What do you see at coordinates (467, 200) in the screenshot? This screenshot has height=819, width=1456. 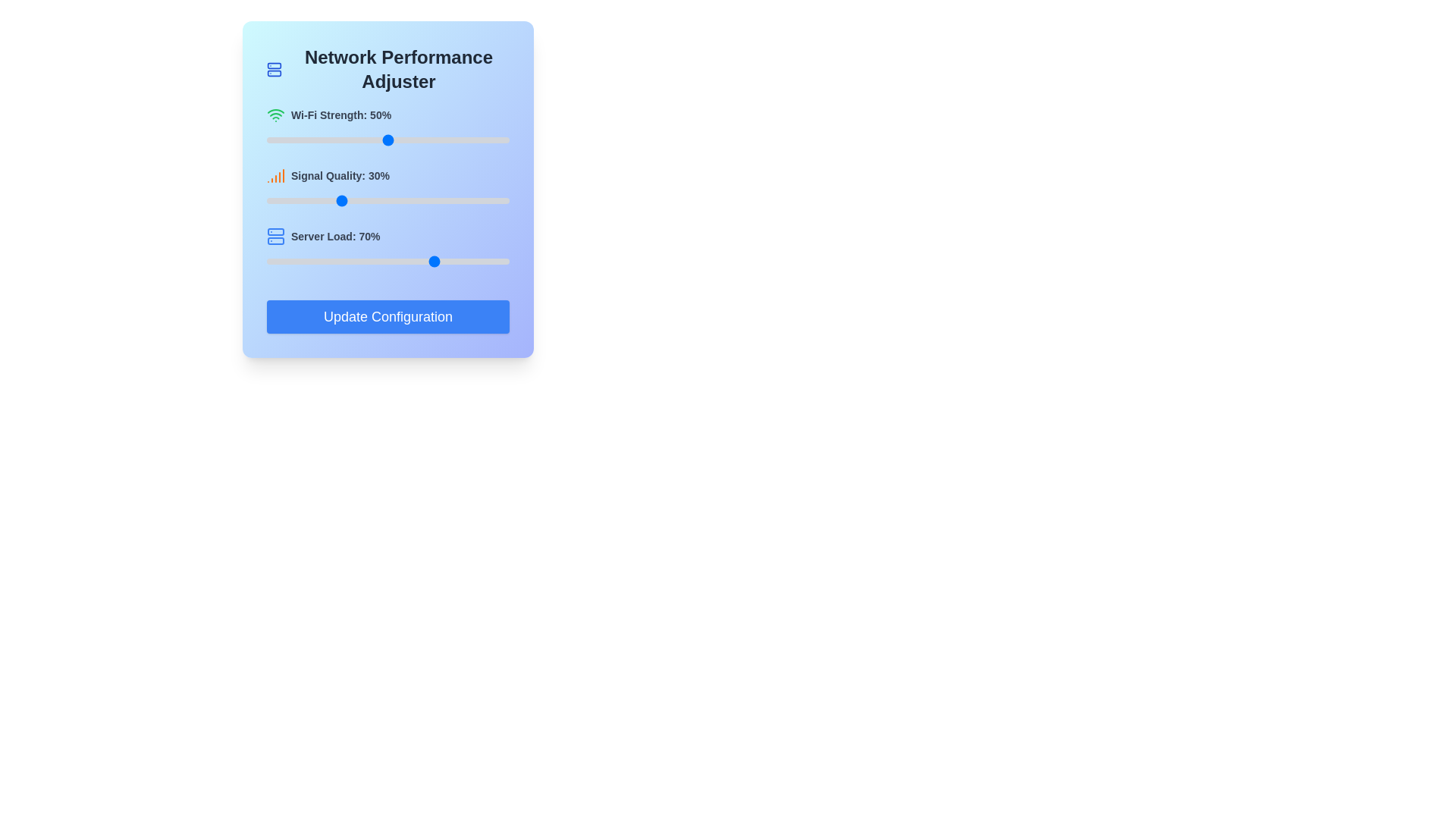 I see `signal quality` at bounding box center [467, 200].